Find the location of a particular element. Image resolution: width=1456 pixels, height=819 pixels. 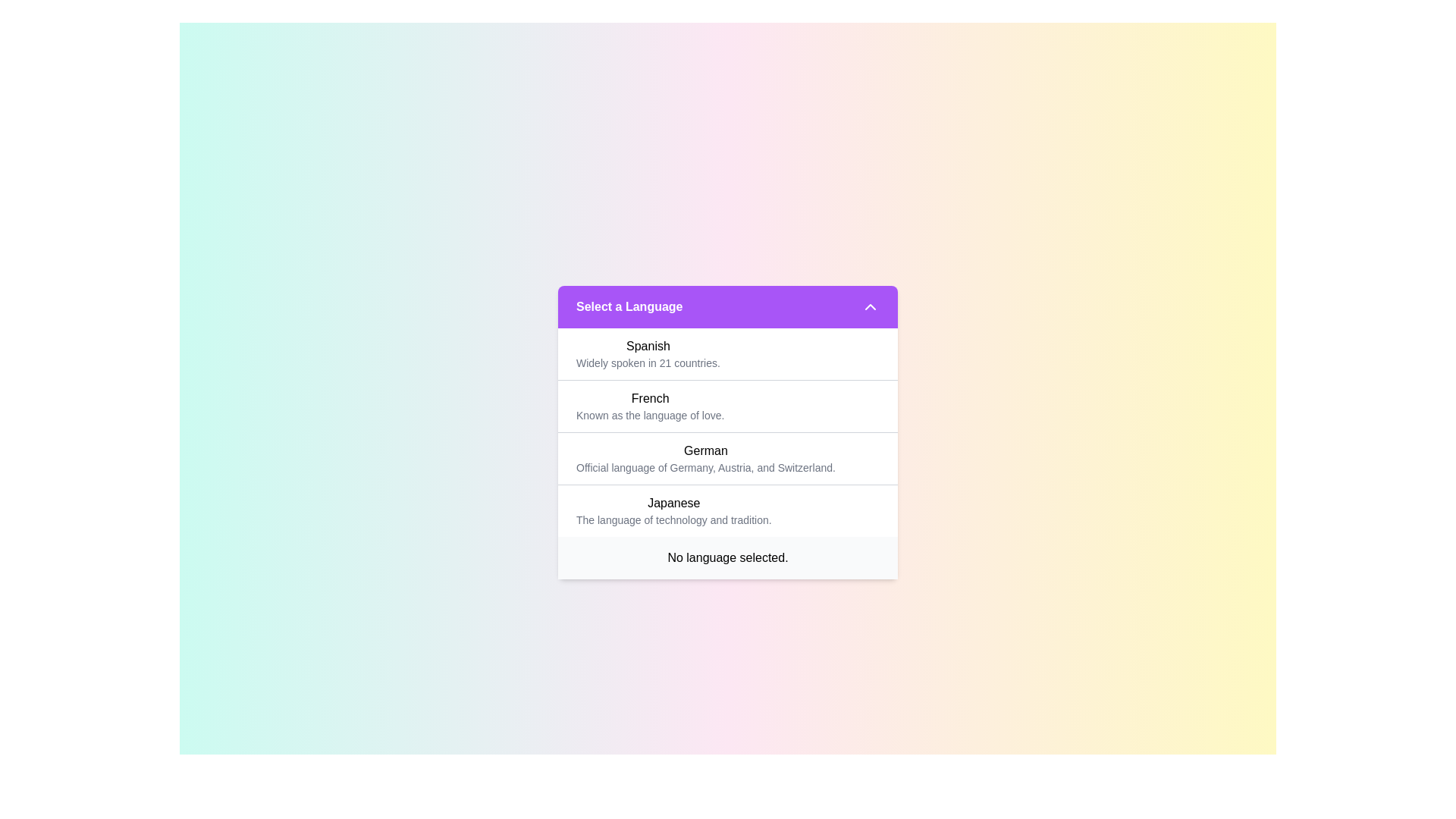

the text label element that reads 'Official language of Germany, Austria, and Switzerland.' located below the bold 'German' title in the language selection dropdown is located at coordinates (705, 466).